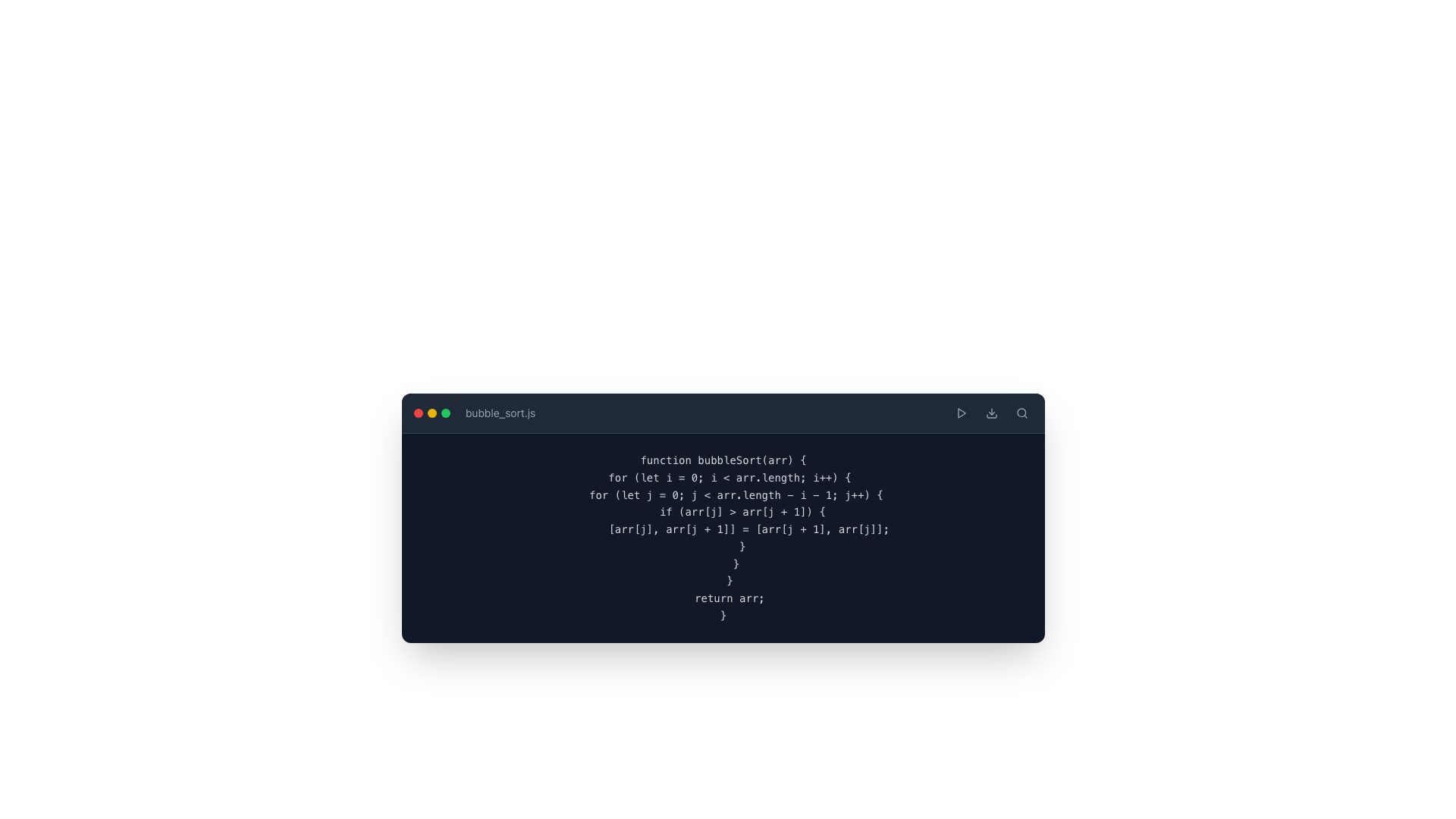  I want to click on text label indicating the filename or title of the currently opened file, located in the top-left corner of the header section above the code editor, to the right of the three colored dots, so click(500, 413).